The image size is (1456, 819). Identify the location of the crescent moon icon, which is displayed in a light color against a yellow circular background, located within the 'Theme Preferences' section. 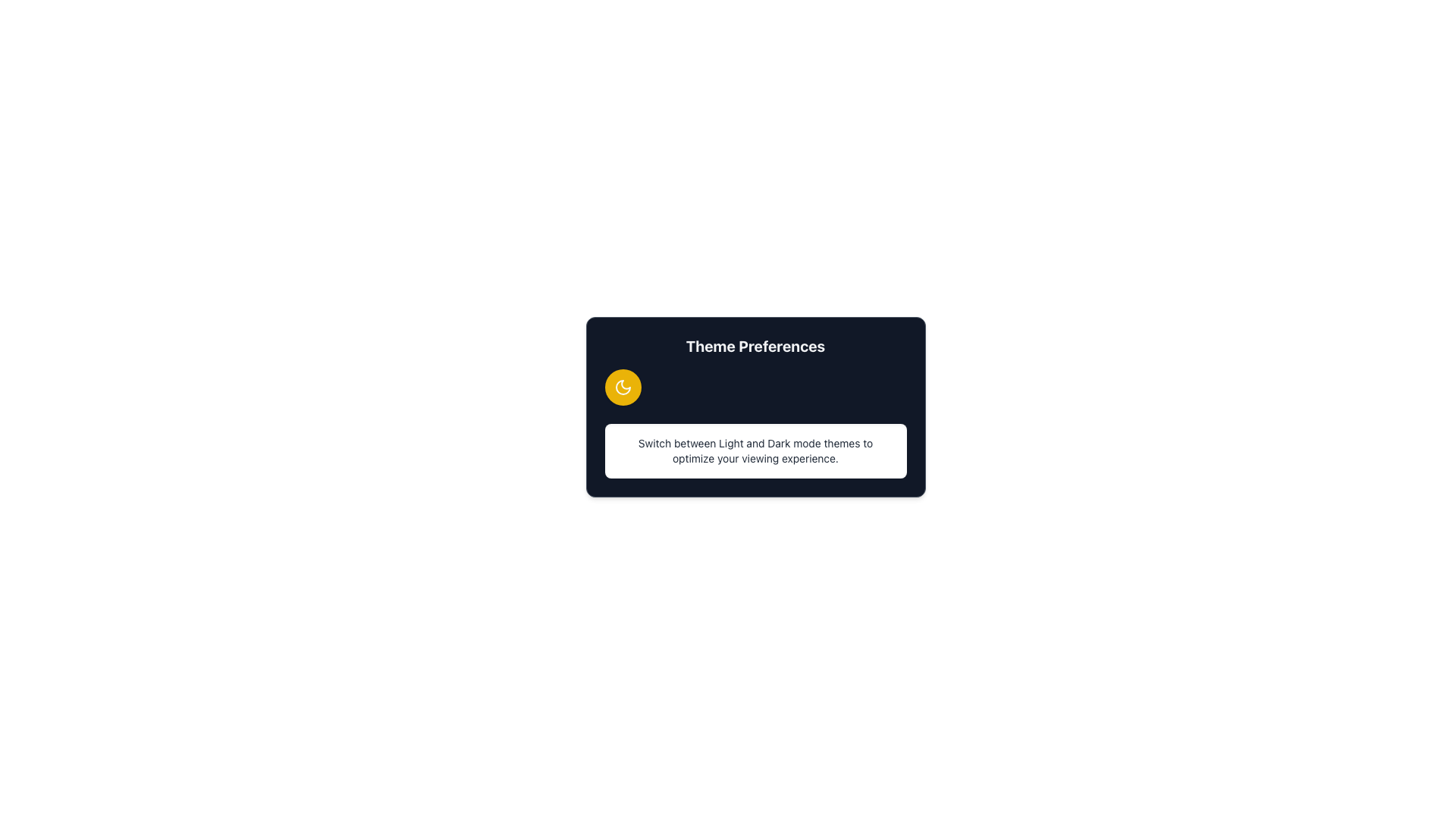
(623, 386).